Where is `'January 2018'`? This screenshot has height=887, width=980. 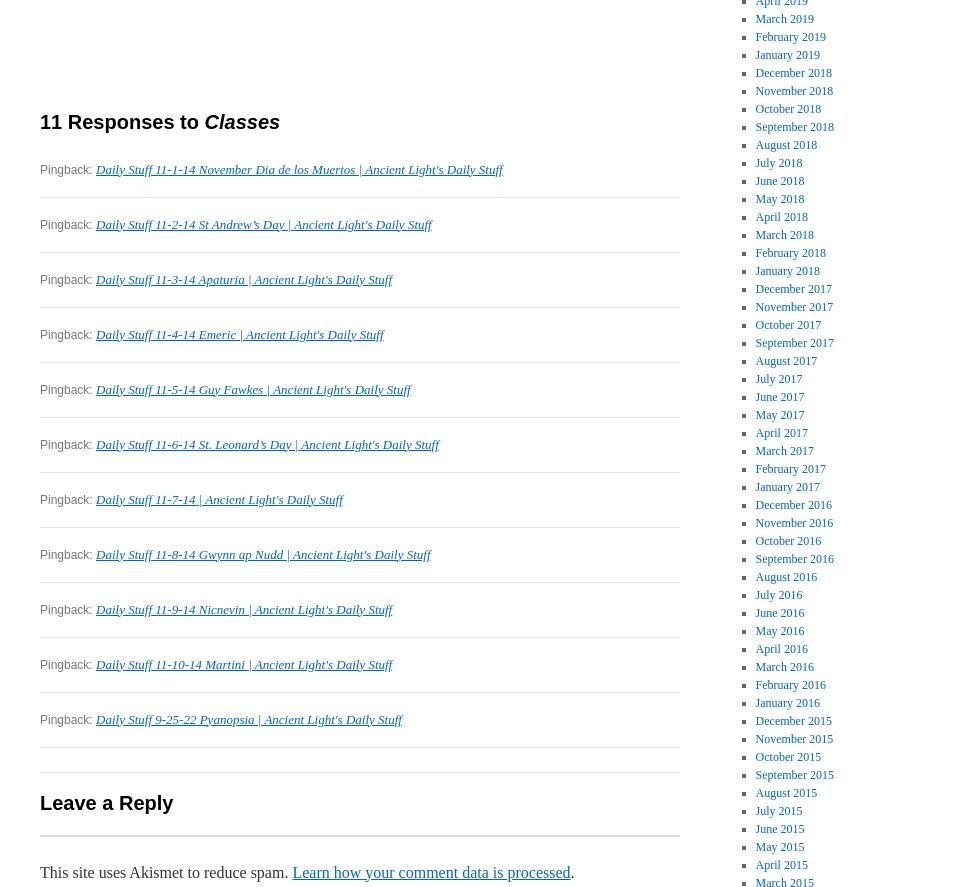 'January 2018' is located at coordinates (754, 269).